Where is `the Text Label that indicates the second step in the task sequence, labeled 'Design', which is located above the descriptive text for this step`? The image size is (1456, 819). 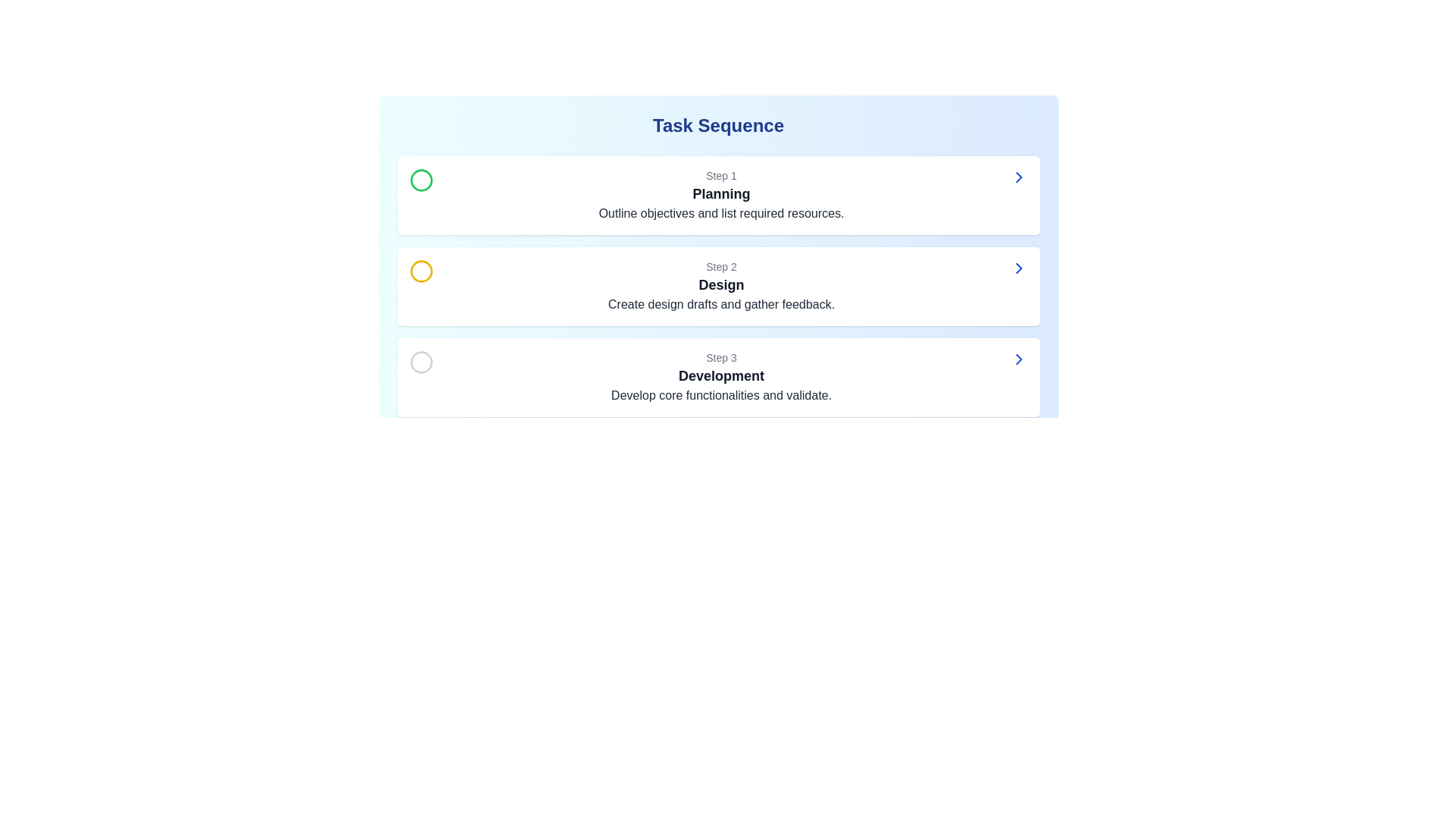
the Text Label that indicates the second step in the task sequence, labeled 'Design', which is located above the descriptive text for this step is located at coordinates (720, 284).